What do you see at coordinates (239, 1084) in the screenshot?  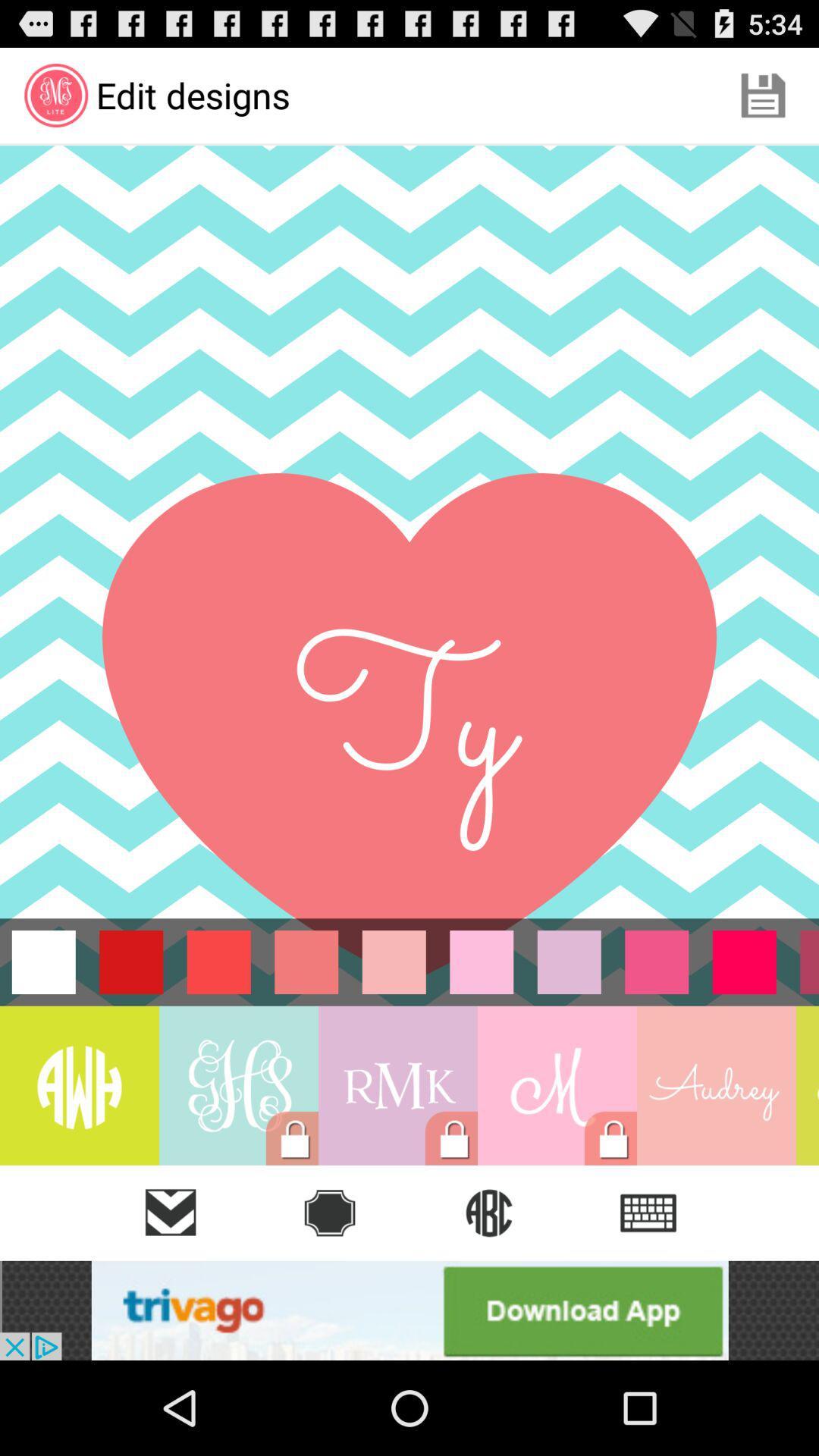 I see `the text which is locked and colored with blue color` at bounding box center [239, 1084].